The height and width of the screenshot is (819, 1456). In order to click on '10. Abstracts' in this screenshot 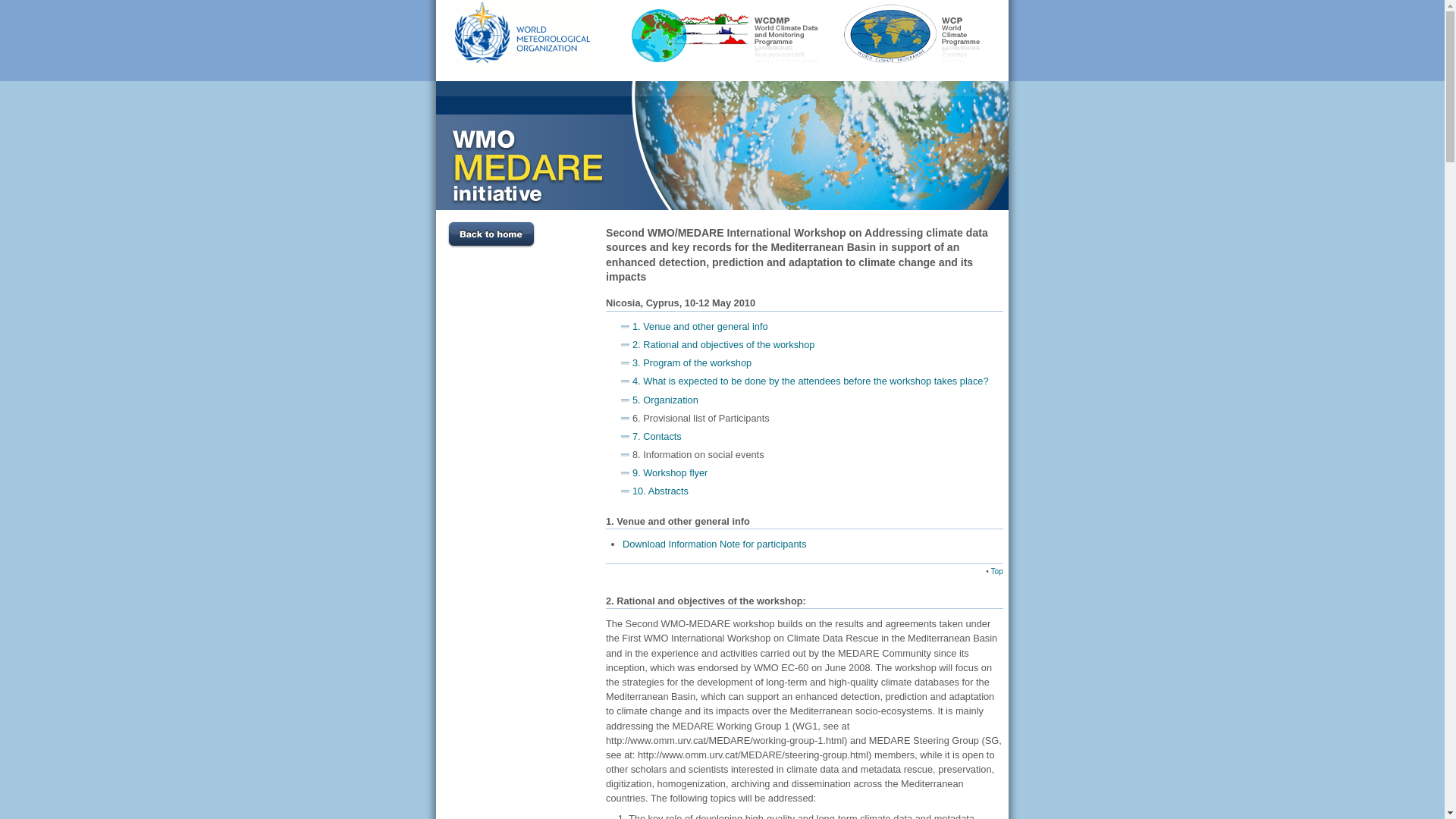, I will do `click(660, 491)`.